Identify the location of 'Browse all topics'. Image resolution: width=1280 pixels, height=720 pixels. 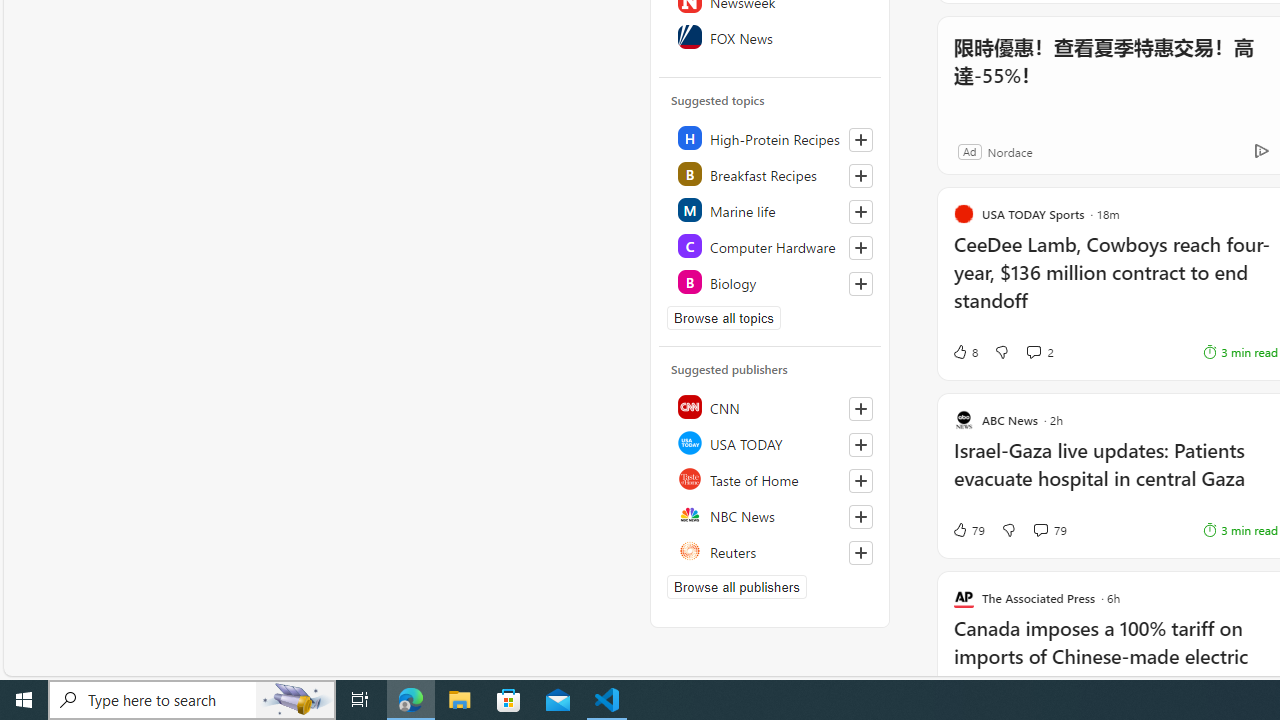
(723, 316).